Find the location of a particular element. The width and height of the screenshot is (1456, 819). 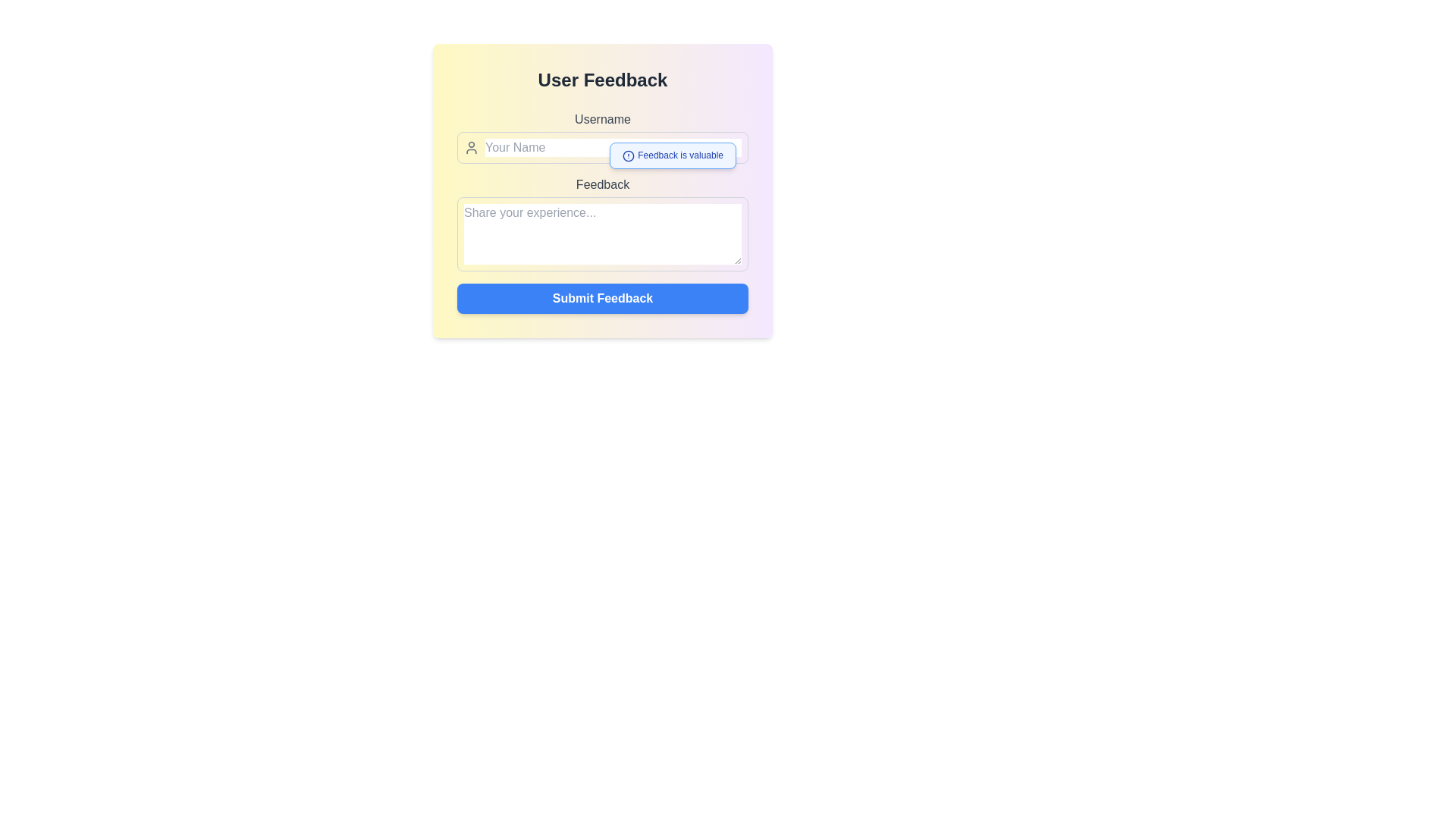

the 'Submit Feedback' button, which is a rectangular button with a blue background and white bold text, located at the bottom of the 'User Feedback' form is located at coordinates (602, 298).